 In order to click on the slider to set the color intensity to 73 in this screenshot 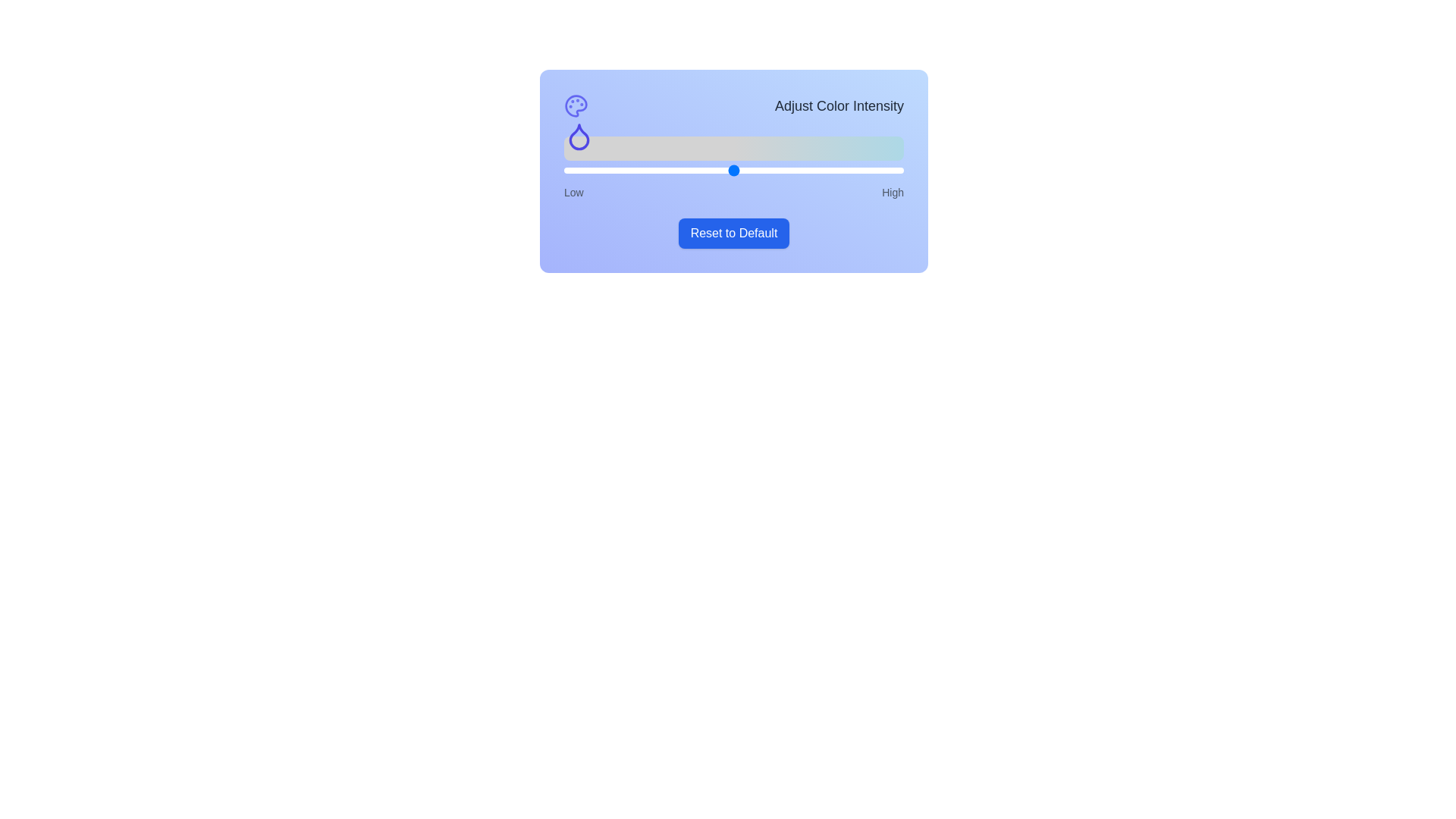, I will do `click(811, 170)`.